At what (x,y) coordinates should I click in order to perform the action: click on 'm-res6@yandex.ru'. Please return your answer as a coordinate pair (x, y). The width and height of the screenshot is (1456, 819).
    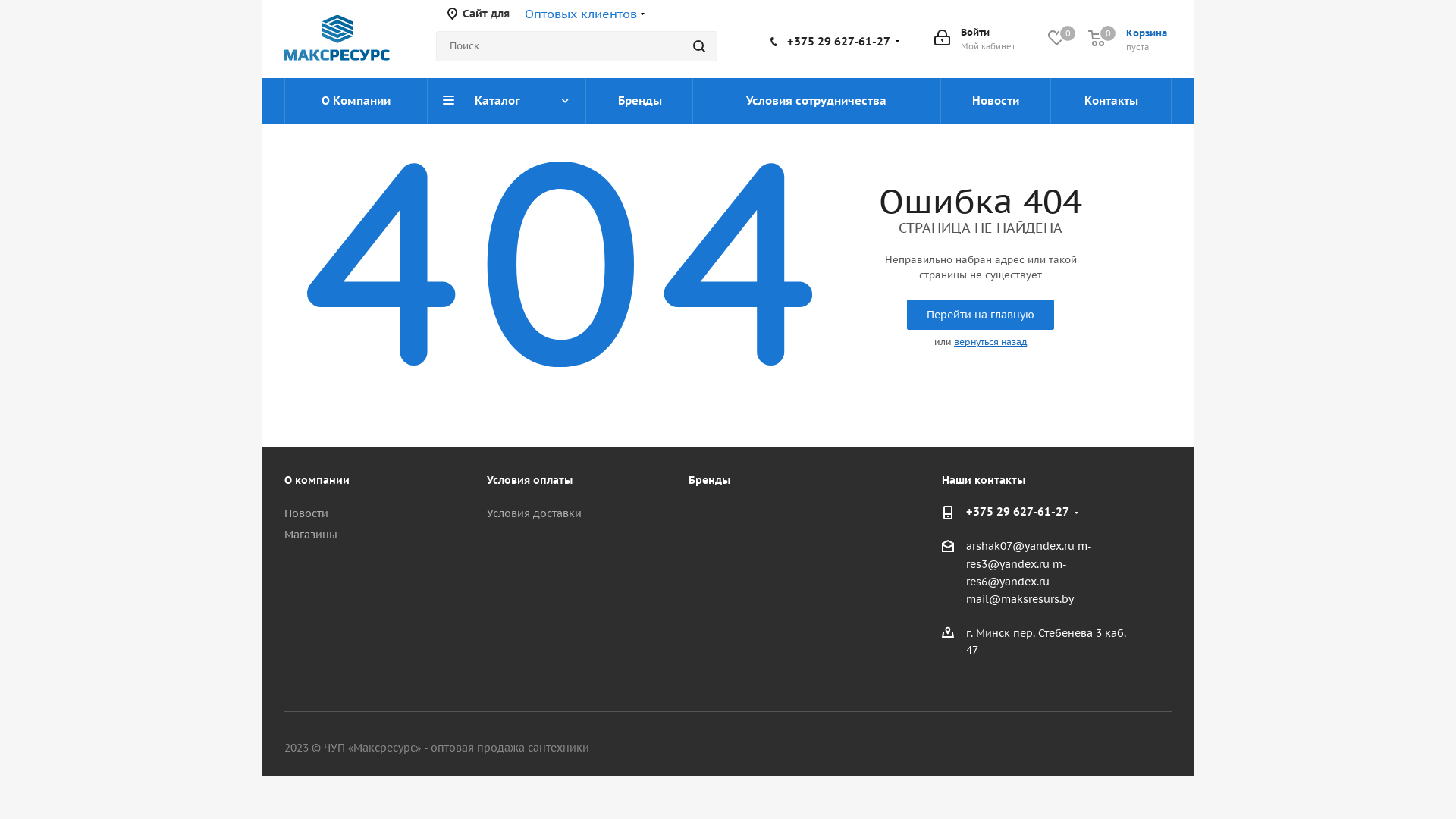
    Looking at the image, I should click on (965, 573).